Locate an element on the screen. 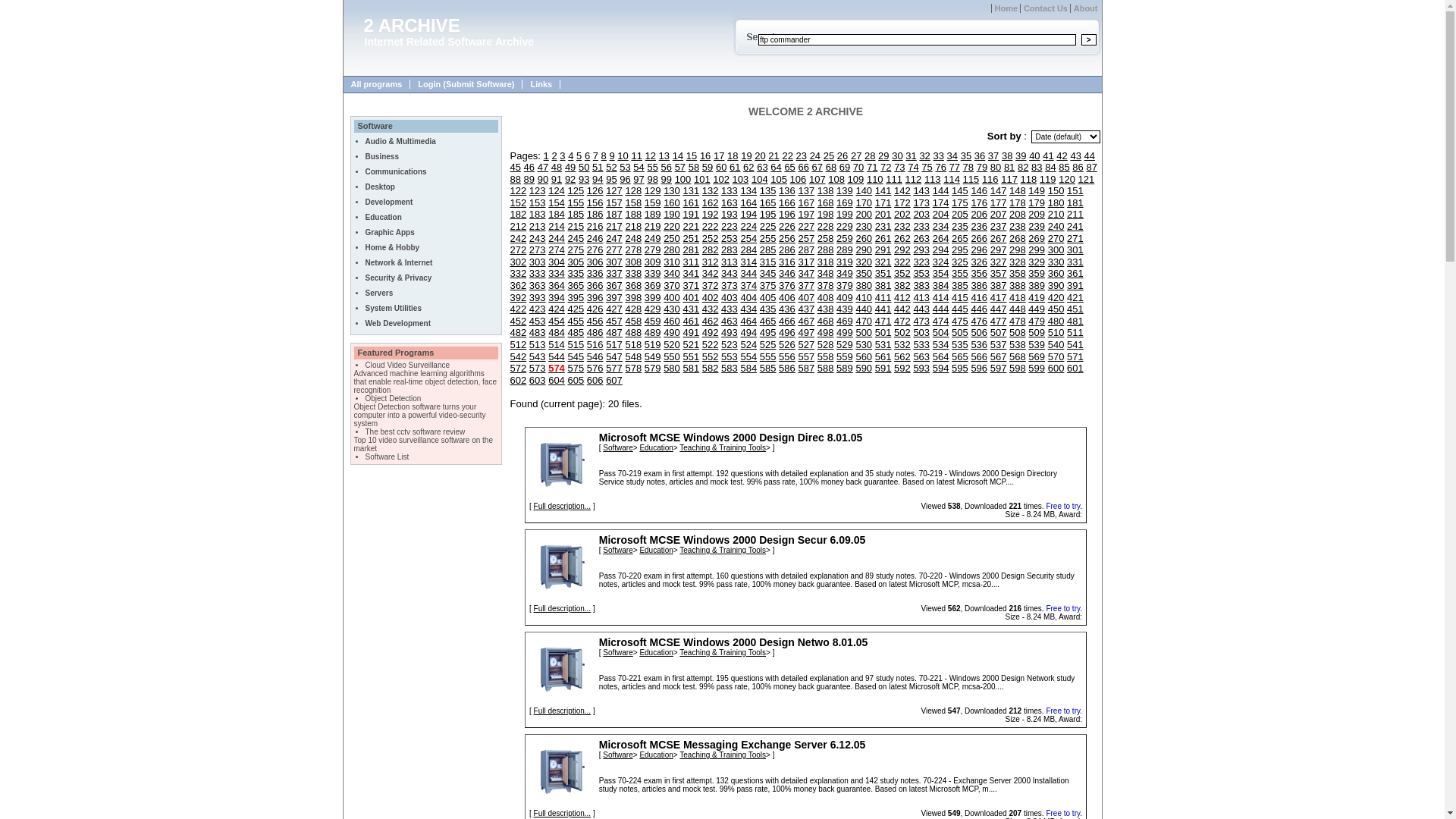 Image resolution: width=1456 pixels, height=819 pixels. '337' is located at coordinates (604, 273).